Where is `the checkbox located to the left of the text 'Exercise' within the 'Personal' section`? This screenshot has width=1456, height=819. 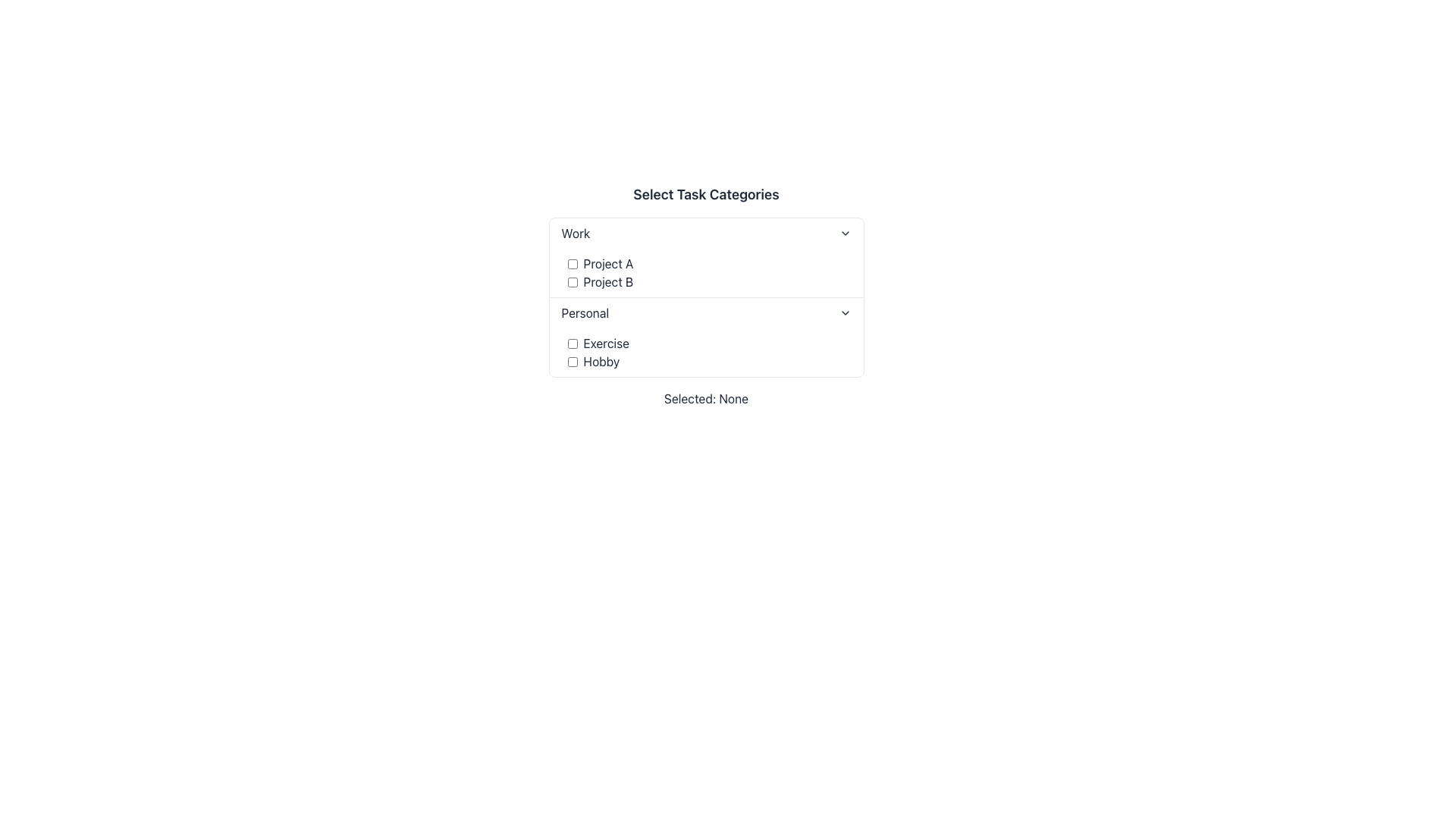 the checkbox located to the left of the text 'Exercise' within the 'Personal' section is located at coordinates (571, 343).